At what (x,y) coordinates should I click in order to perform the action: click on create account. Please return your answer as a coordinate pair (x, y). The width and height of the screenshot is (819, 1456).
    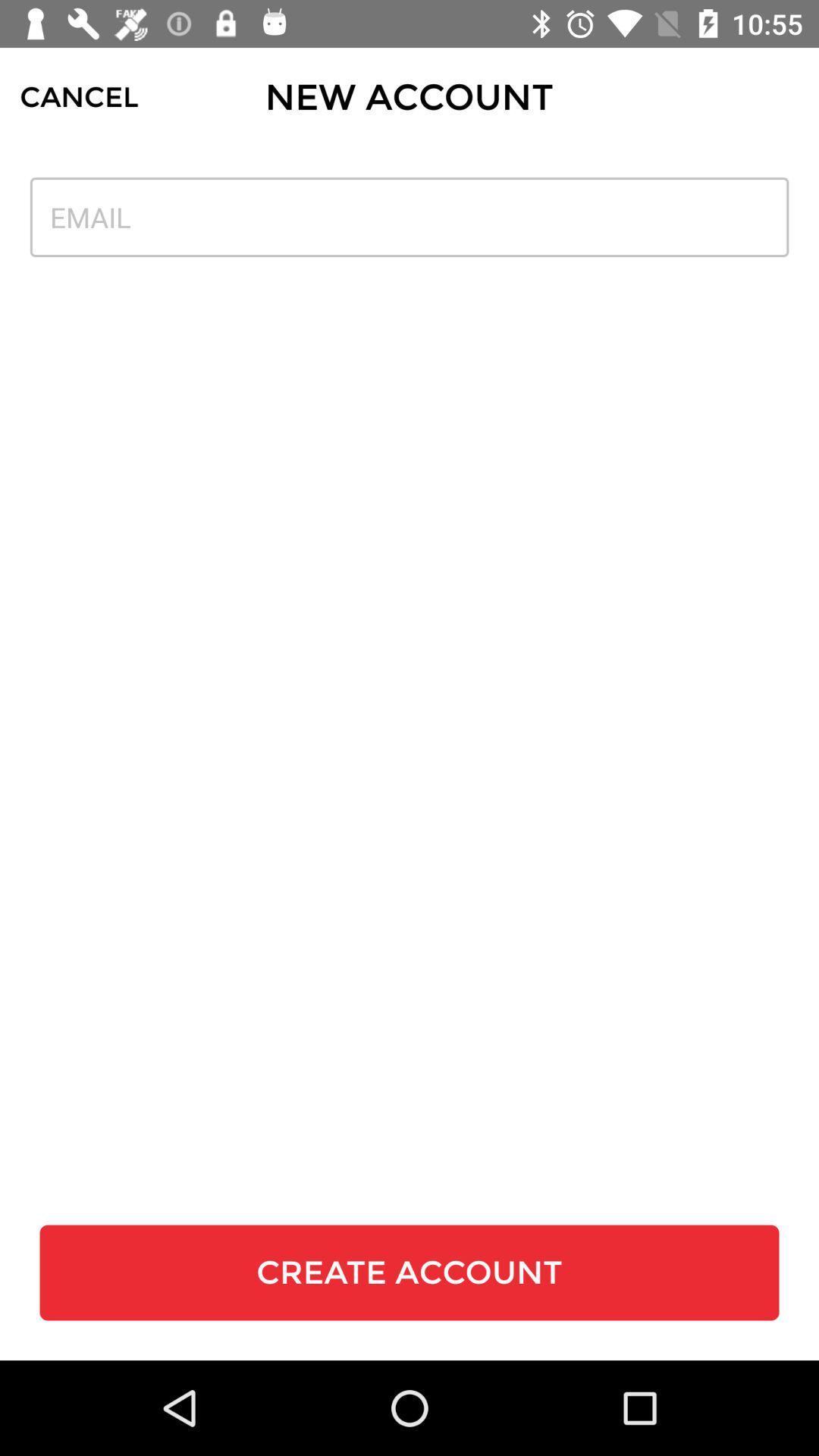
    Looking at the image, I should click on (409, 1272).